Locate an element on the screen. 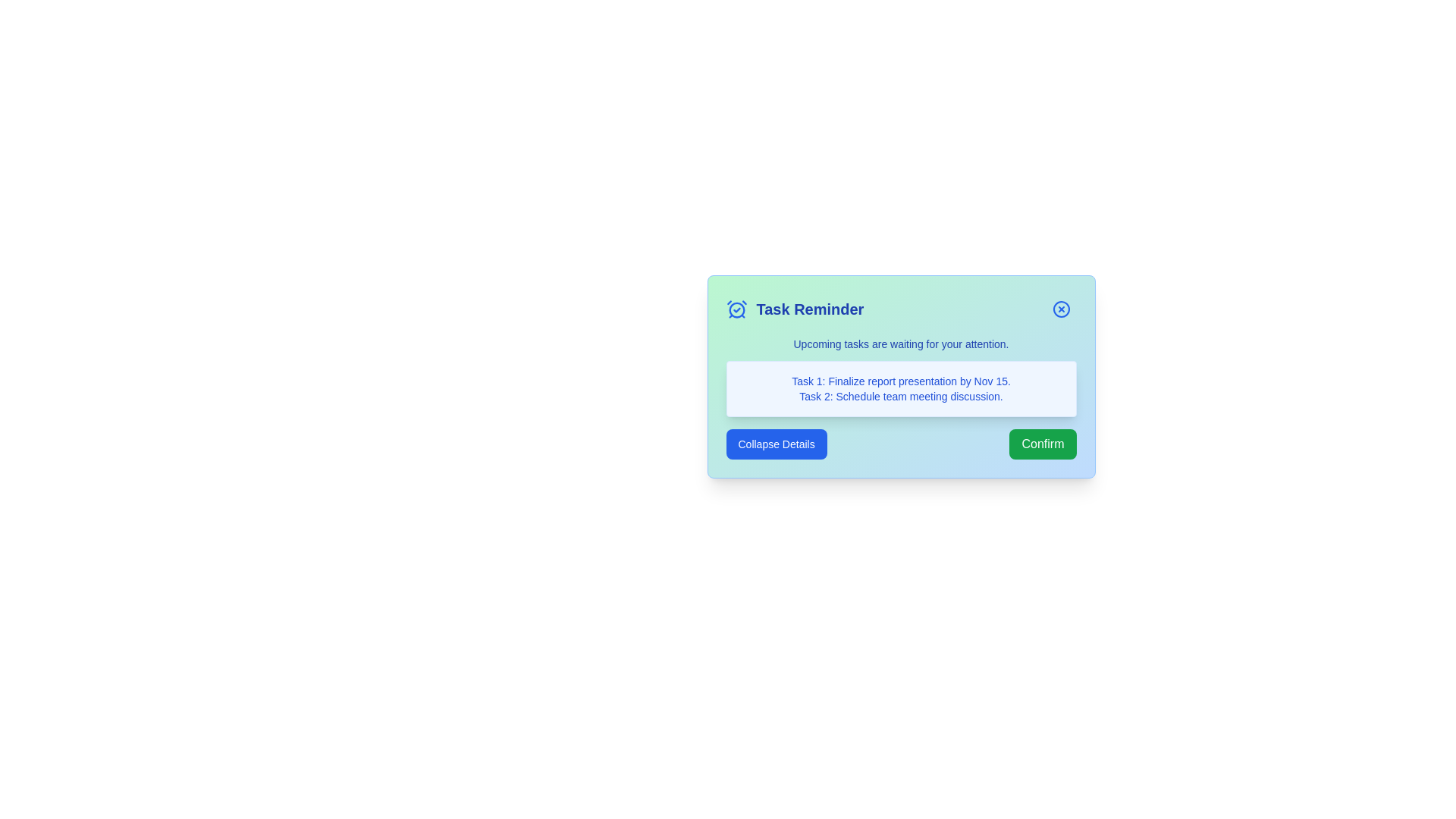 The width and height of the screenshot is (1456, 819). the 'Confirm' button to acknowledge the task reminder is located at coordinates (1041, 444).